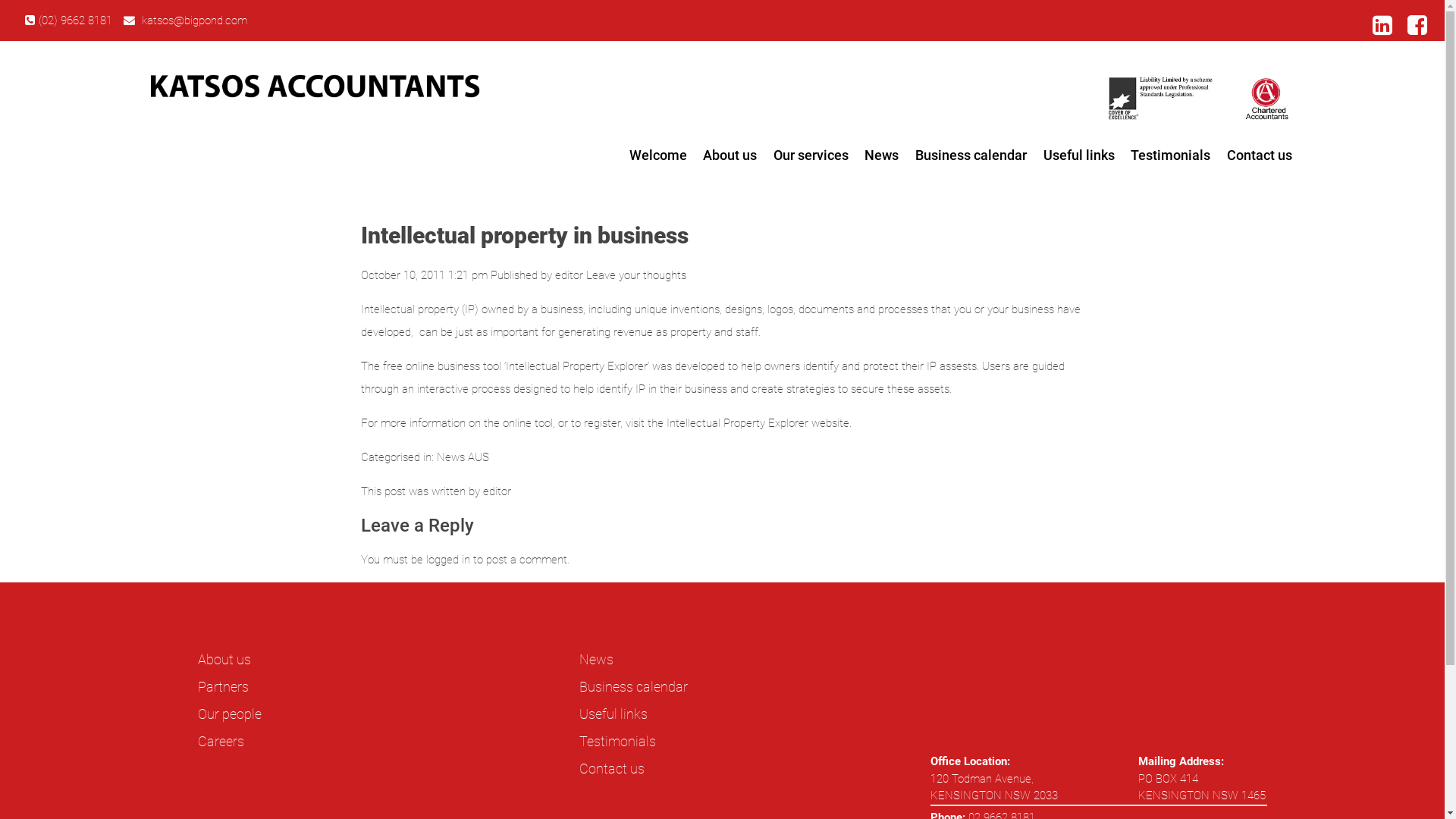 Image resolution: width=1456 pixels, height=819 pixels. Describe the element at coordinates (611, 768) in the screenshot. I see `'Contact us'` at that location.